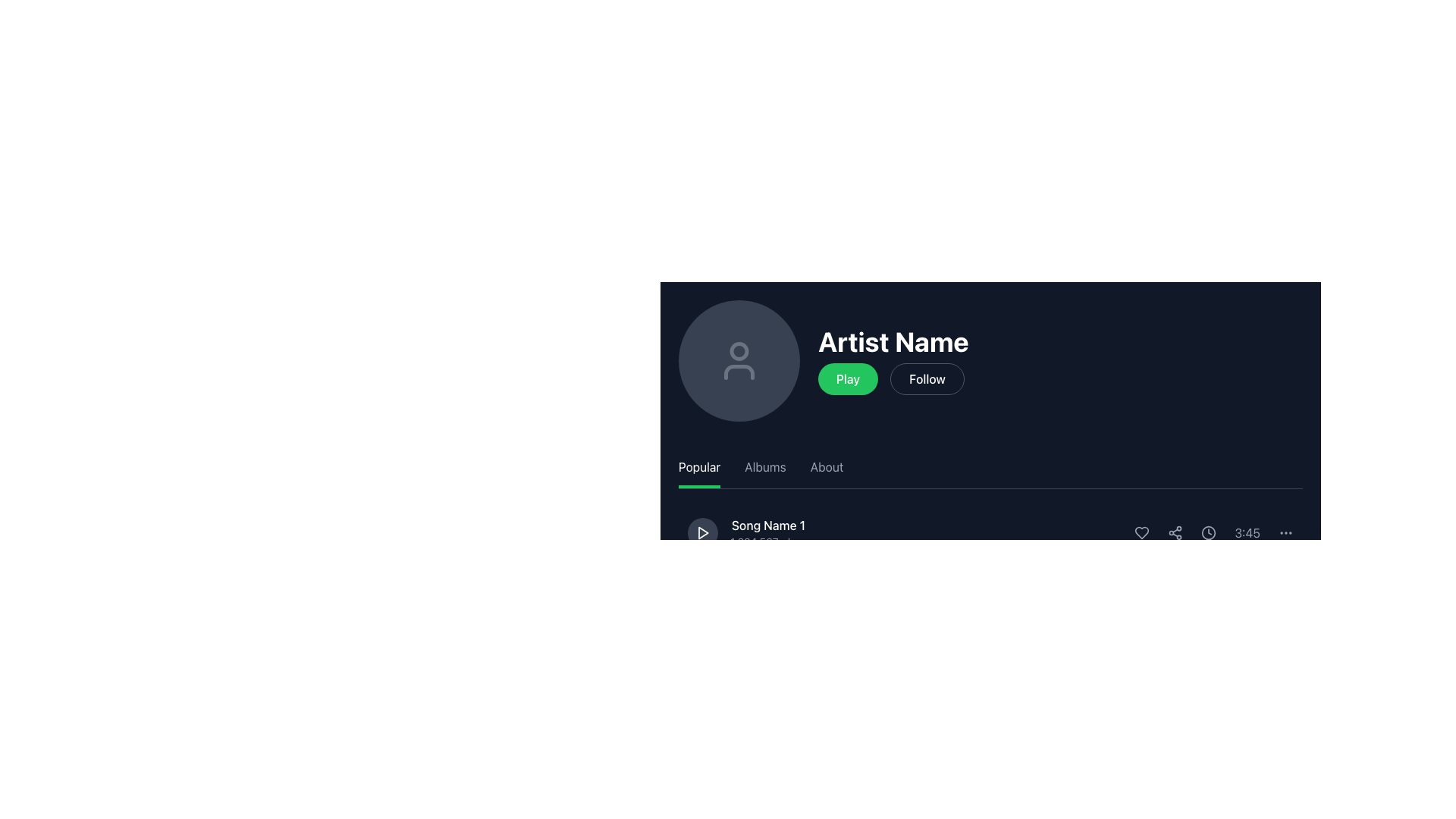  Describe the element at coordinates (739, 360) in the screenshot. I see `the circular Image Placeholder with a gray background and user icon, located to the left of 'Artist Name' and buttons 'Play' and 'Follow'` at that location.